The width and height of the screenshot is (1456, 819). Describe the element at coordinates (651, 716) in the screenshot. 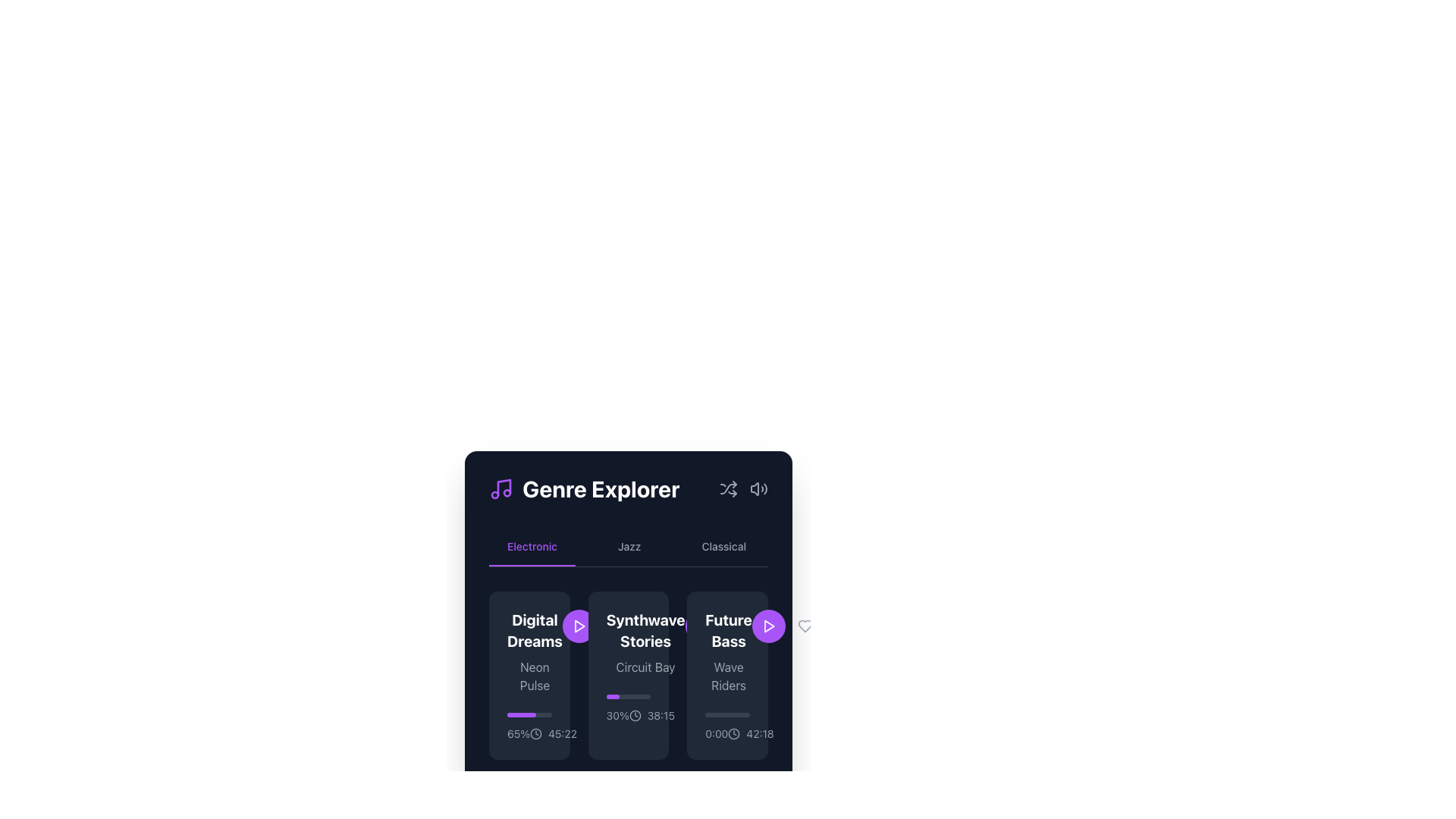

I see `the time duration element displaying '38:15' with an analog clock icon, located within the 'Synthwave Stories' card interface` at that location.